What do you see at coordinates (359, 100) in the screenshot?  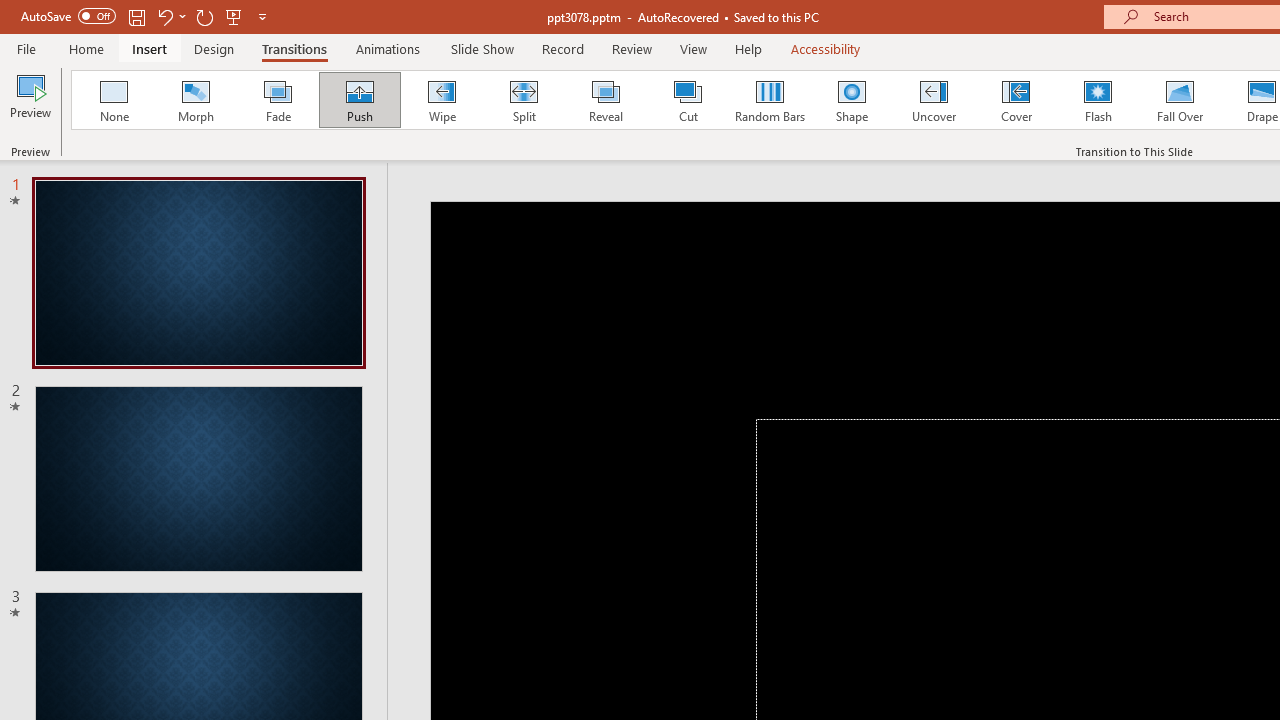 I see `'Push'` at bounding box center [359, 100].